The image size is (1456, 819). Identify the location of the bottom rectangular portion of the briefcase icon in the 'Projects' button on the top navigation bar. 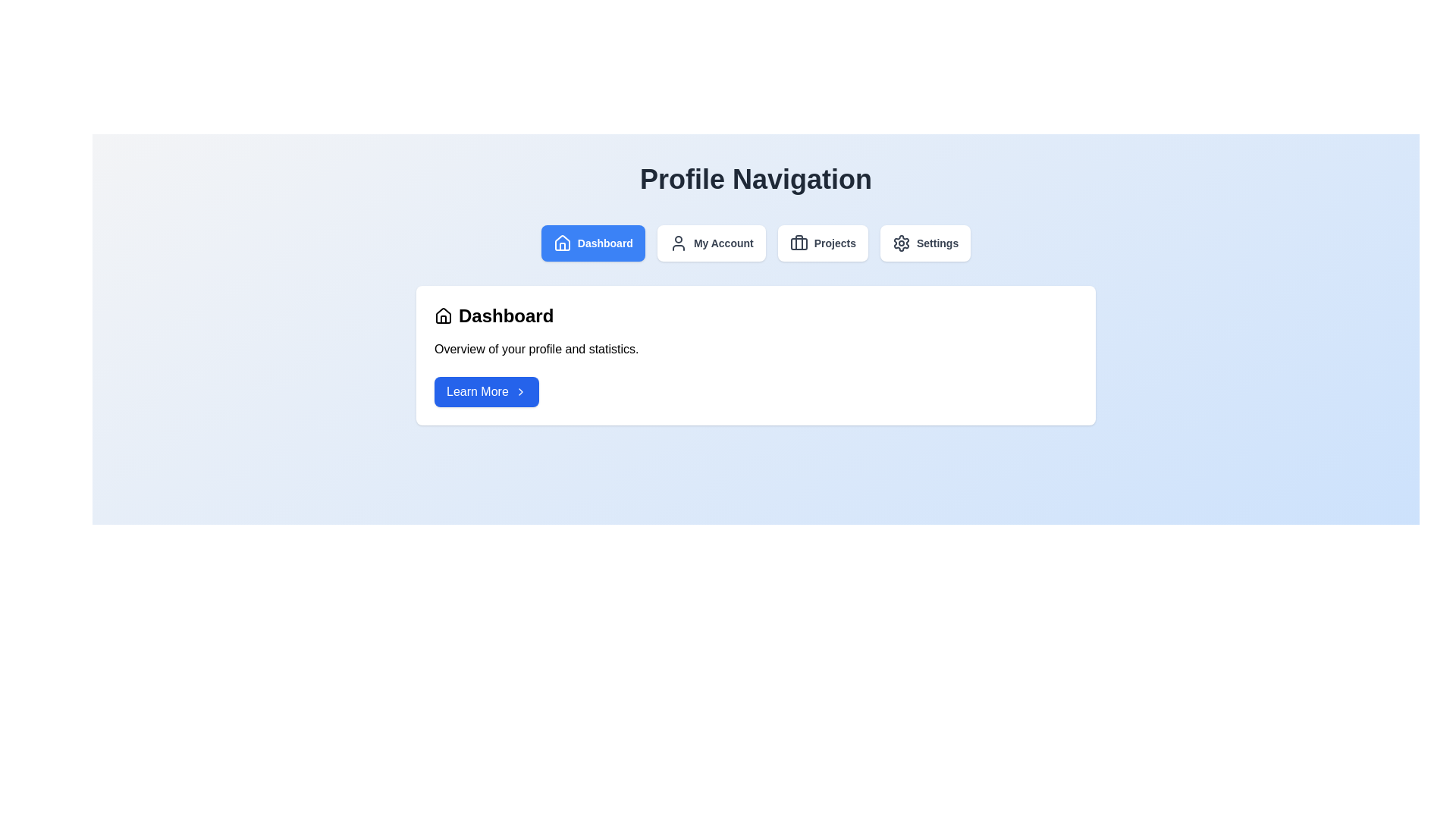
(798, 243).